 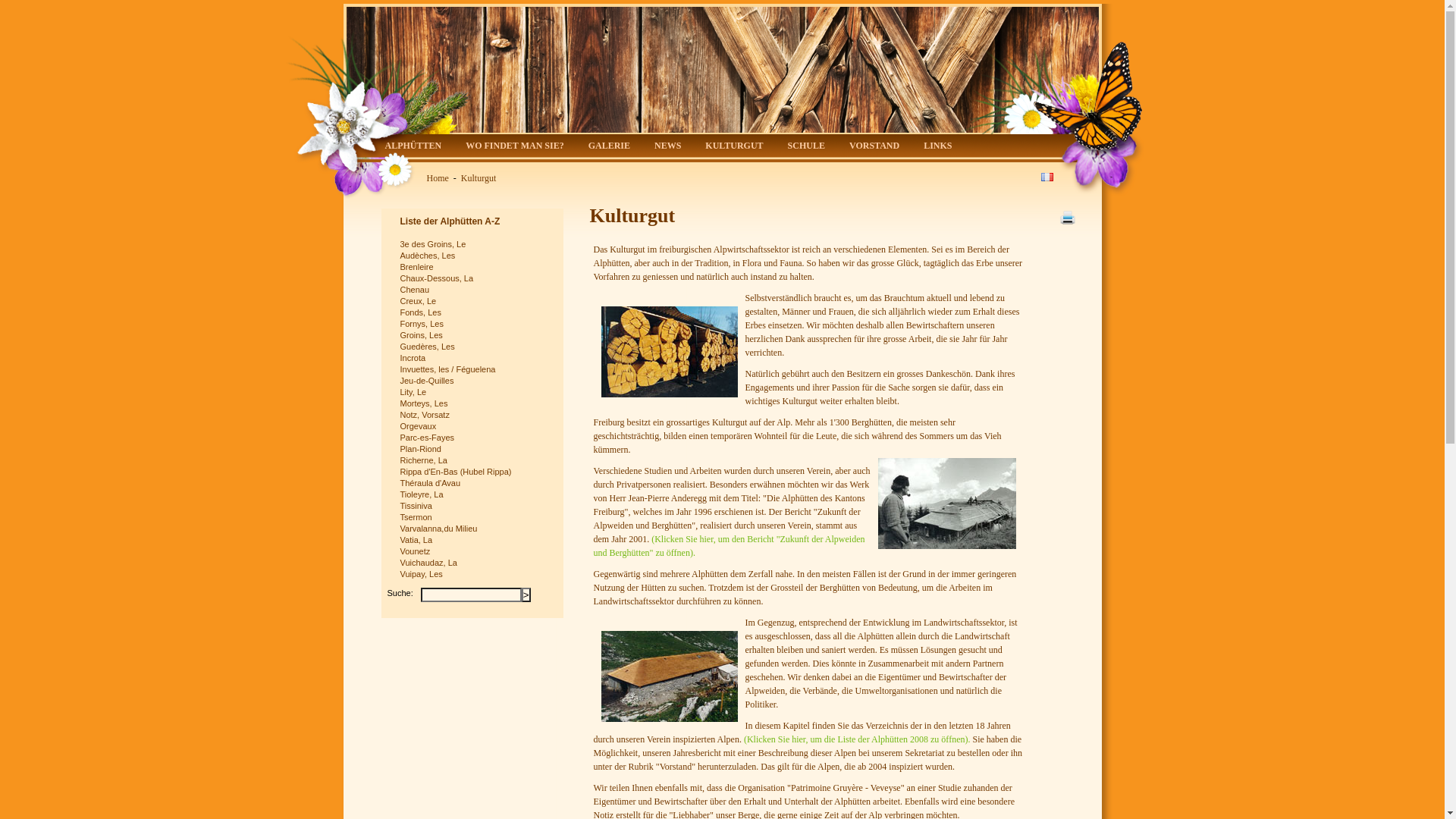 I want to click on 'Groins, Les', so click(x=473, y=334).